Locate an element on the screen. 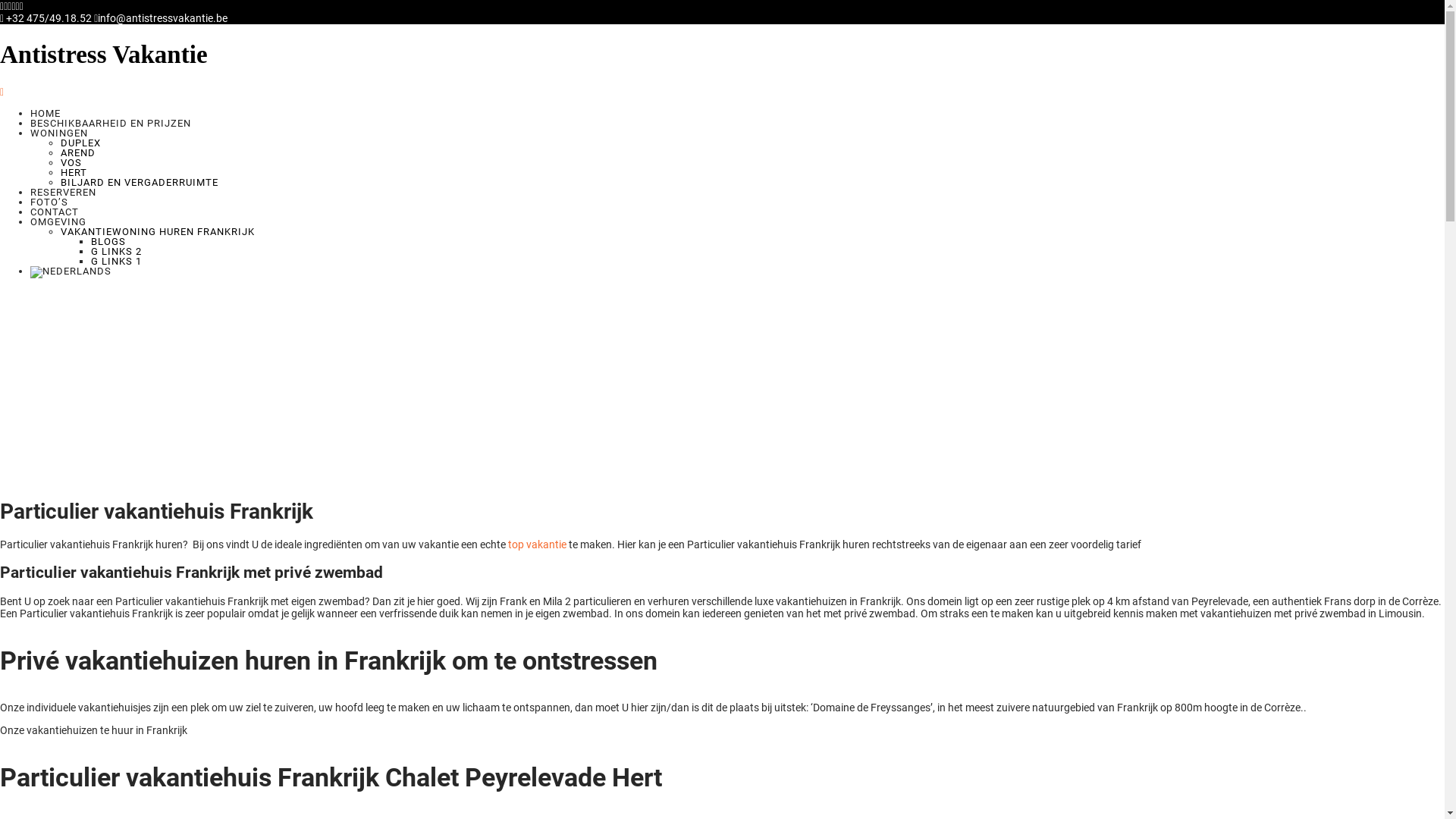 The height and width of the screenshot is (819, 1456). 'VOS' is located at coordinates (71, 162).